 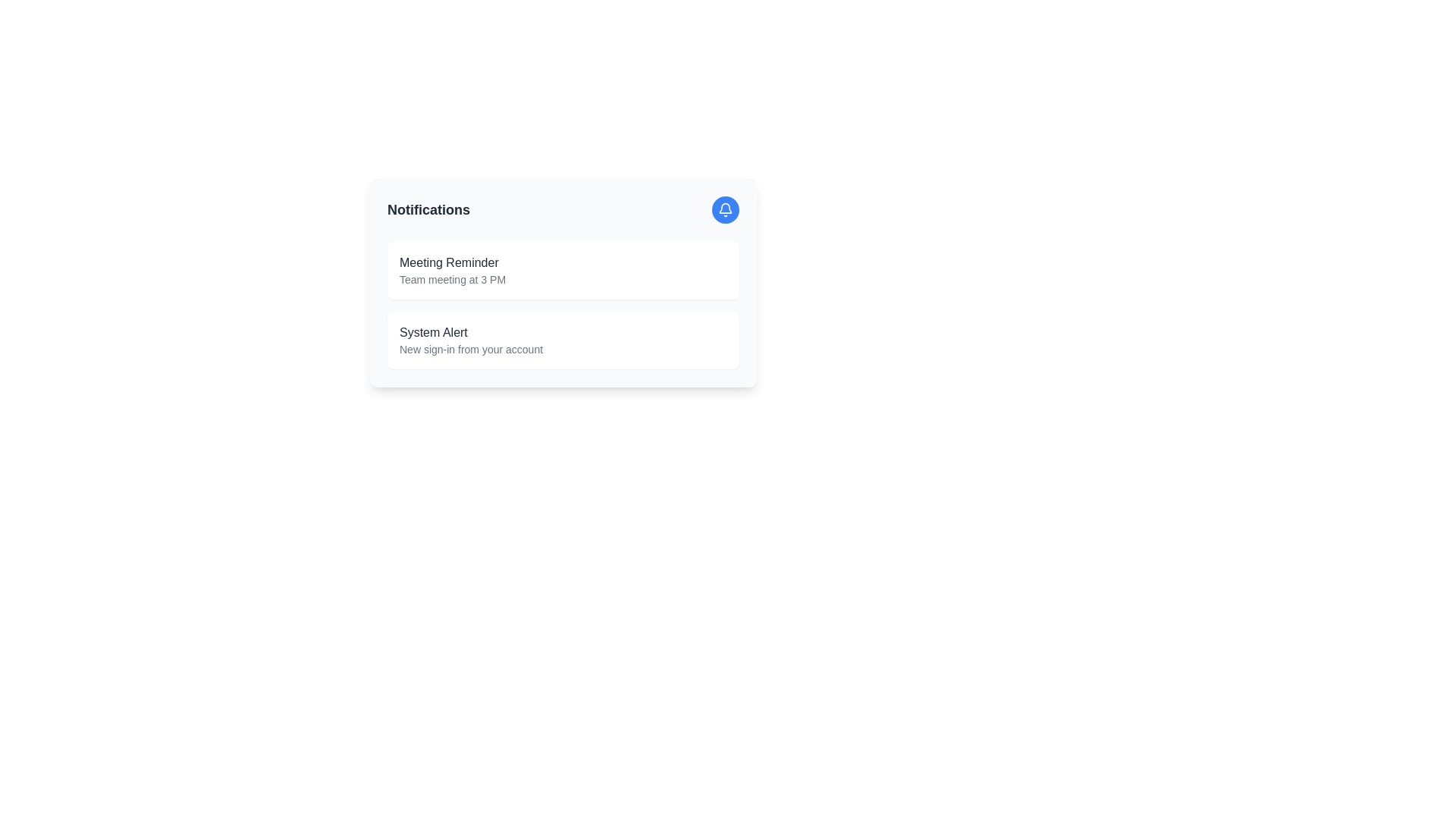 I want to click on informational text label providing details for the meeting scheduled at 3 PM, located beneath the 'Meeting Reminder' text, so click(x=452, y=280).